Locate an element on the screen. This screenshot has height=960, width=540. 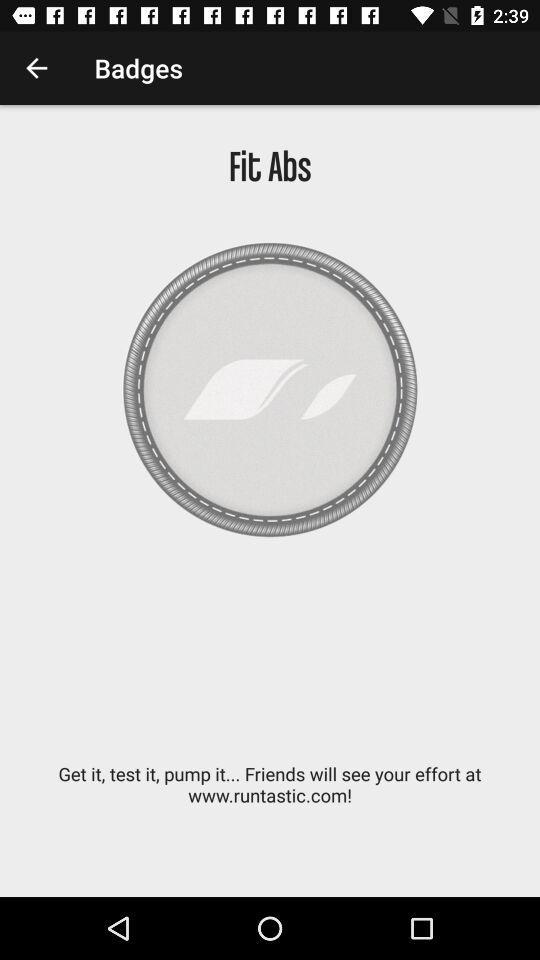
get it test is located at coordinates (270, 795).